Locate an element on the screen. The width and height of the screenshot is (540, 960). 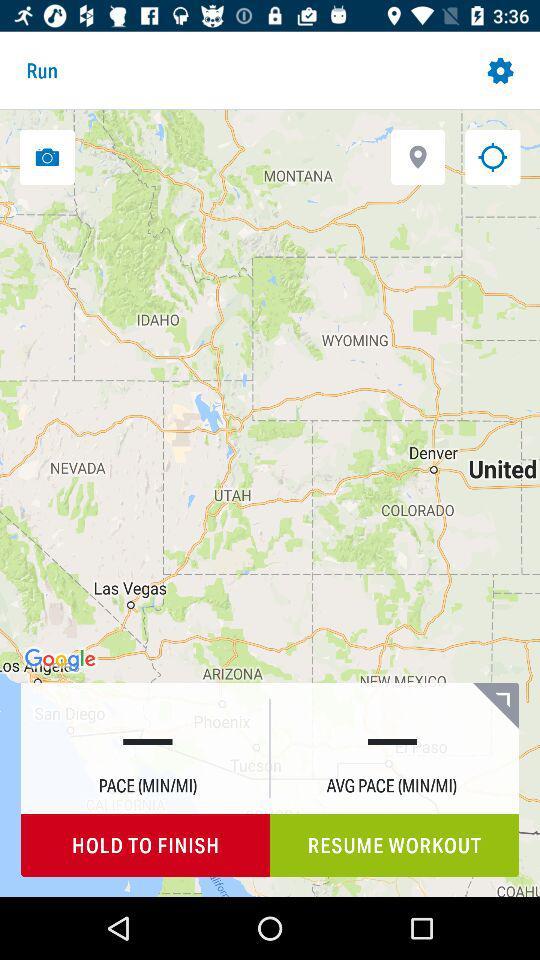
resume workout icon is located at coordinates (394, 844).